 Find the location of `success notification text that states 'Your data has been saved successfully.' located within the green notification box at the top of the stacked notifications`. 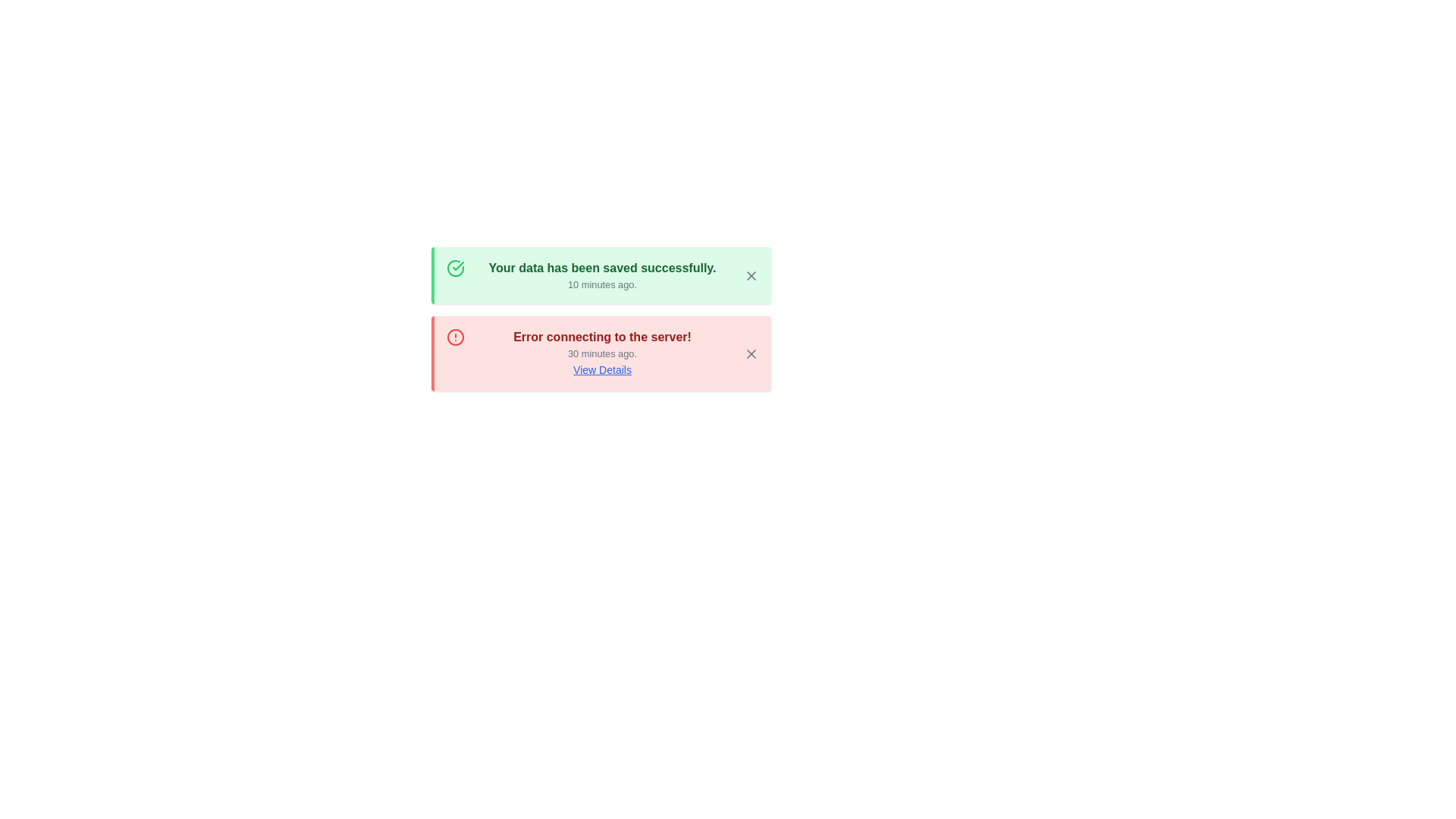

success notification text that states 'Your data has been saved successfully.' located within the green notification box at the top of the stacked notifications is located at coordinates (601, 275).